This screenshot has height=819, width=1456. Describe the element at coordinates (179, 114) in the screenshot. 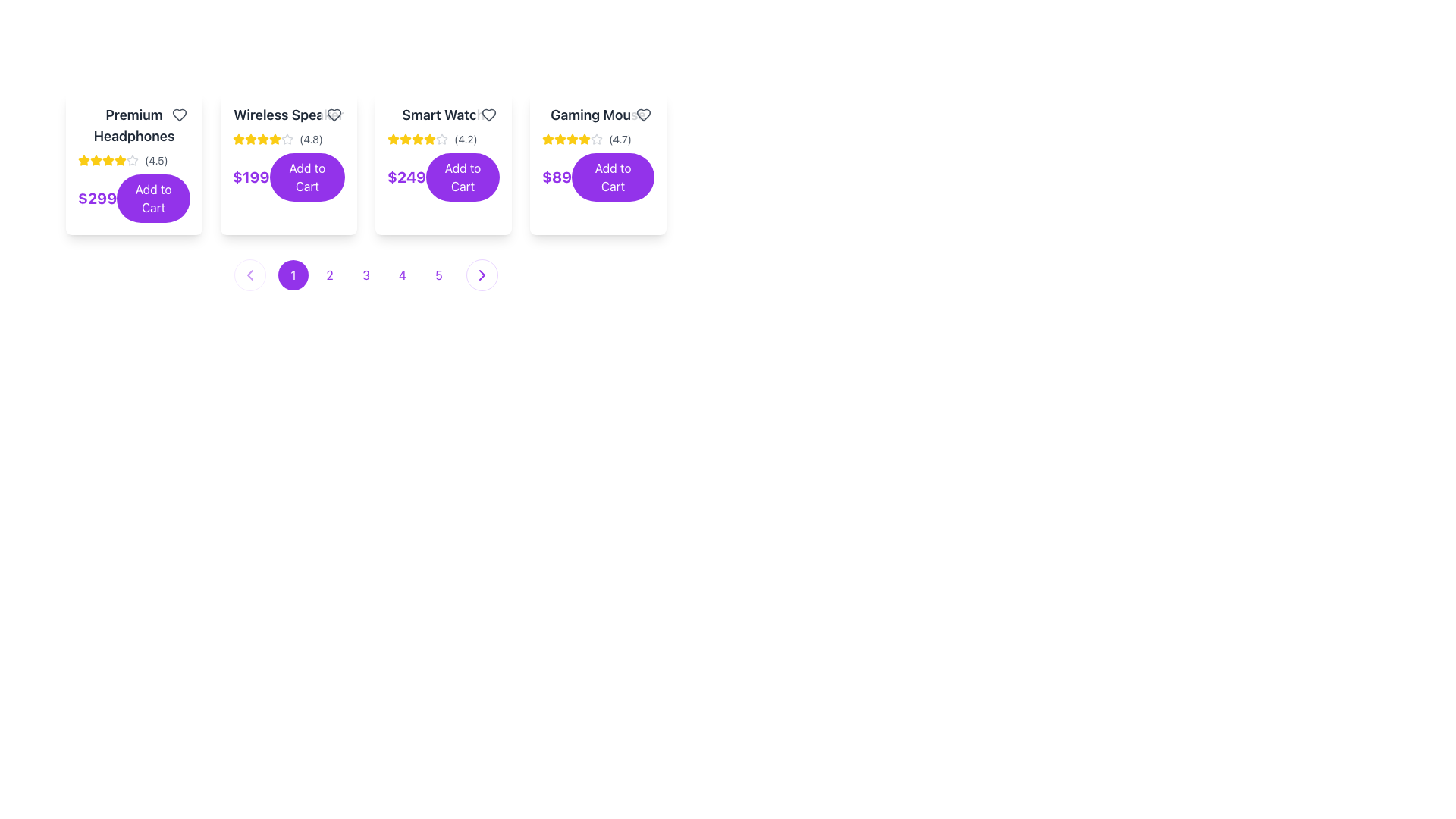

I see `the icon button in the top-right corner of the 'Premium Headphones' card` at that location.